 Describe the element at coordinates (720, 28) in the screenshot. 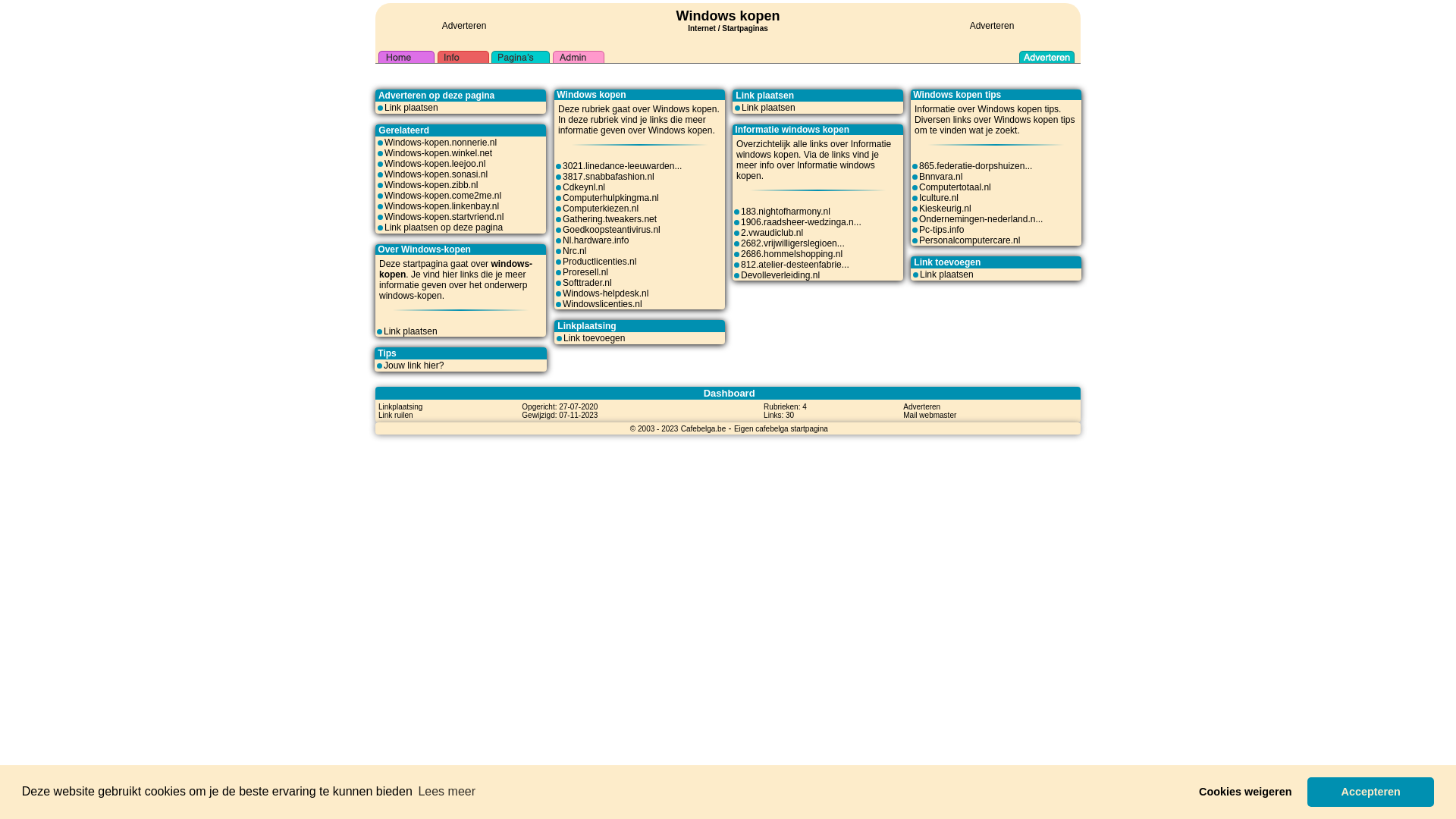

I see `'Startpaginas'` at that location.